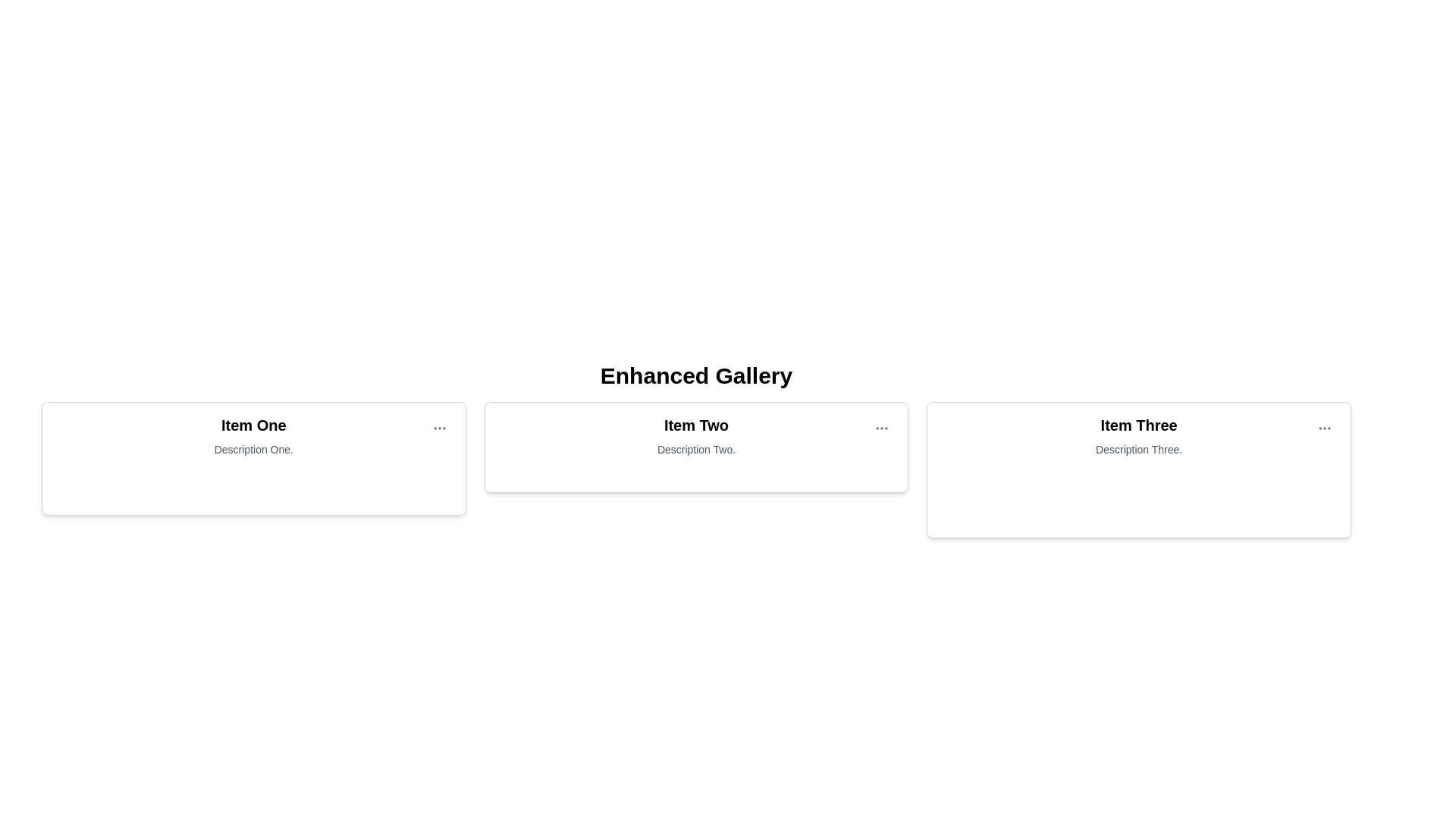  What do you see at coordinates (1139, 435) in the screenshot?
I see `the third card displaying the title 'Item Three' and its description, located at the rightmost position in the gallery` at bounding box center [1139, 435].